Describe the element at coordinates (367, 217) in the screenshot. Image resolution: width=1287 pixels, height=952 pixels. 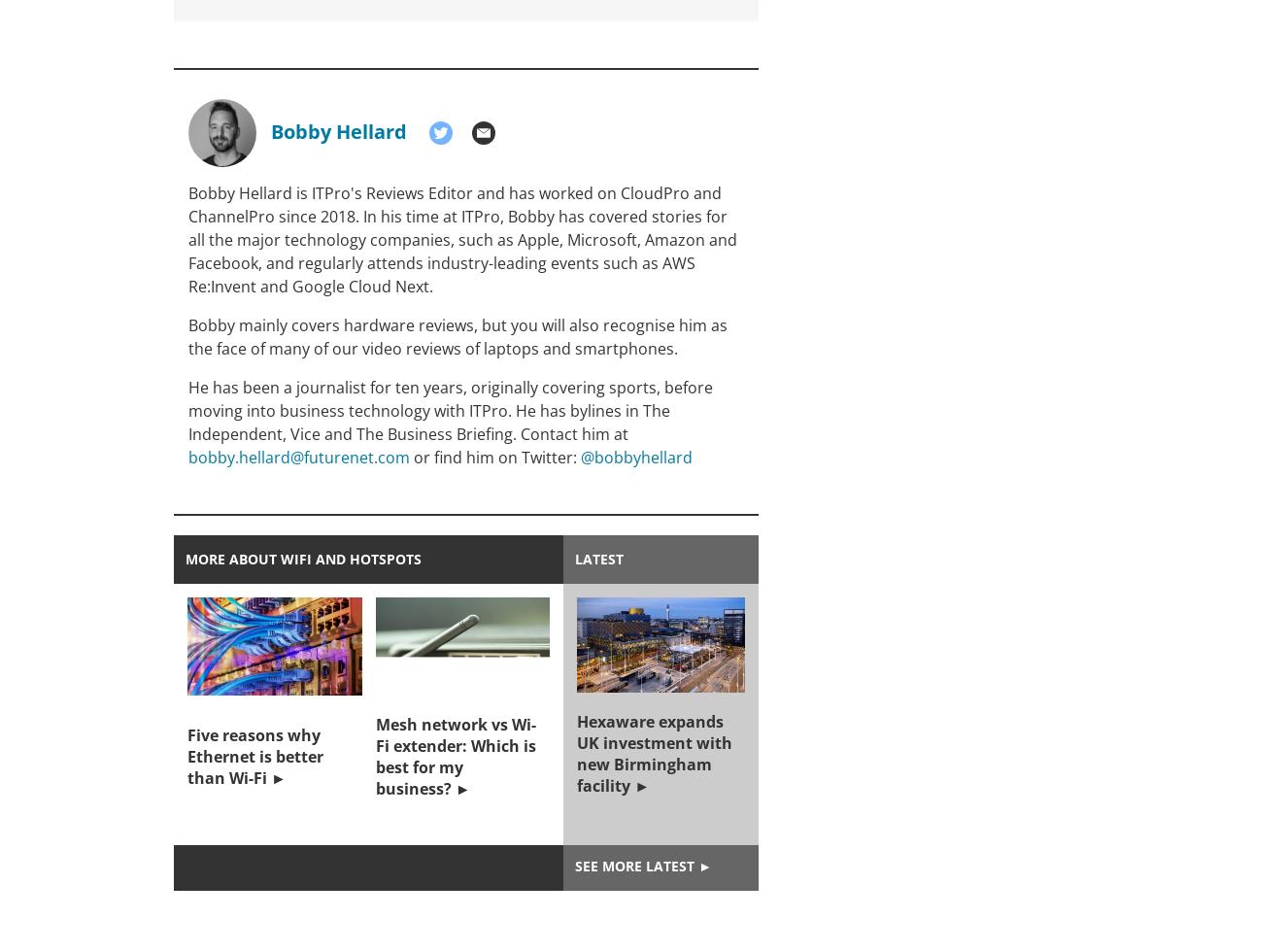
I see `'since 2018. In his time at'` at that location.